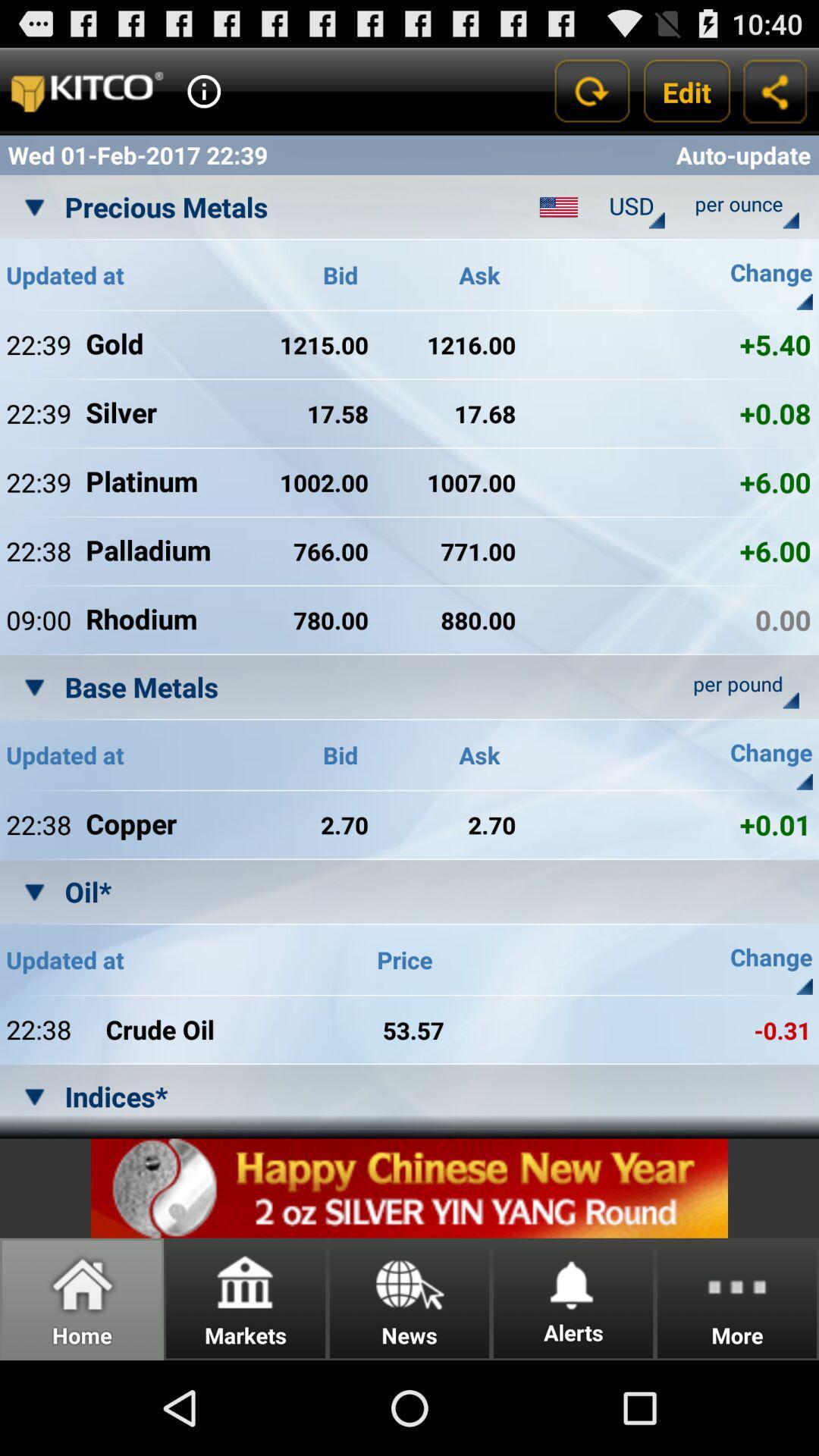 This screenshot has height=1456, width=819. What do you see at coordinates (775, 90) in the screenshot?
I see `share this page` at bounding box center [775, 90].